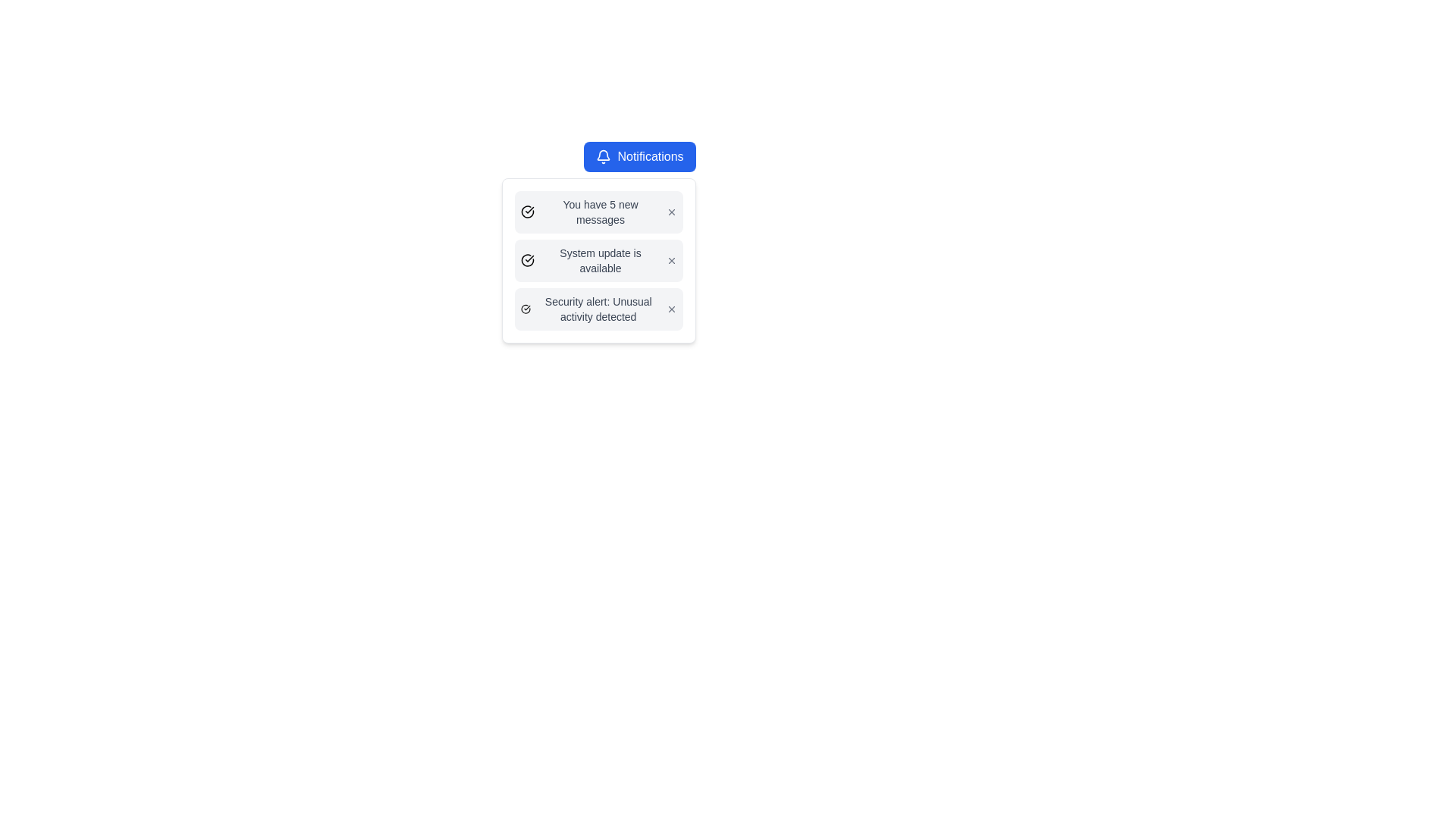 The width and height of the screenshot is (1456, 819). What do you see at coordinates (528, 259) in the screenshot?
I see `the system update notification icon that indicates a completed or positive state, located to the left of the text 'System update is available' in the notification panel` at bounding box center [528, 259].